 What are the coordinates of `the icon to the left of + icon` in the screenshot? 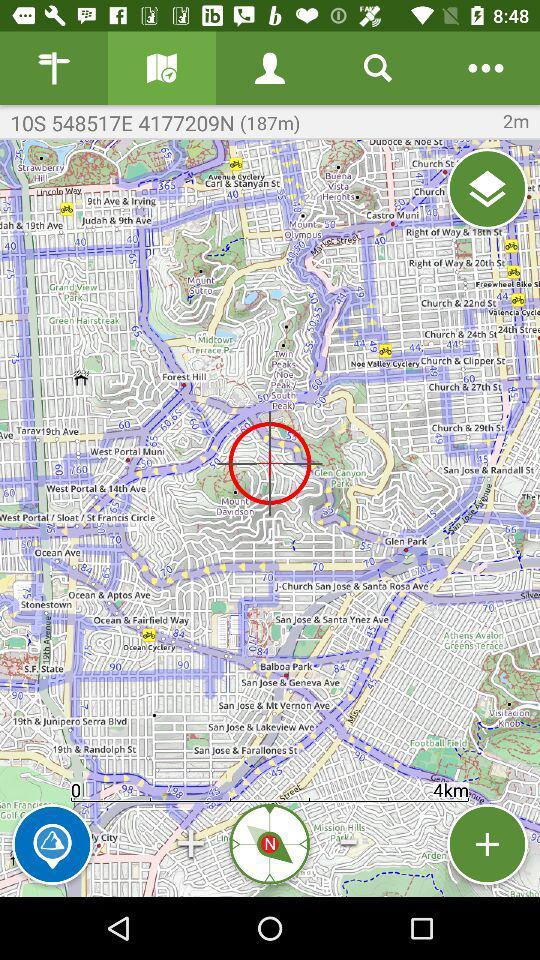 It's located at (52, 843).